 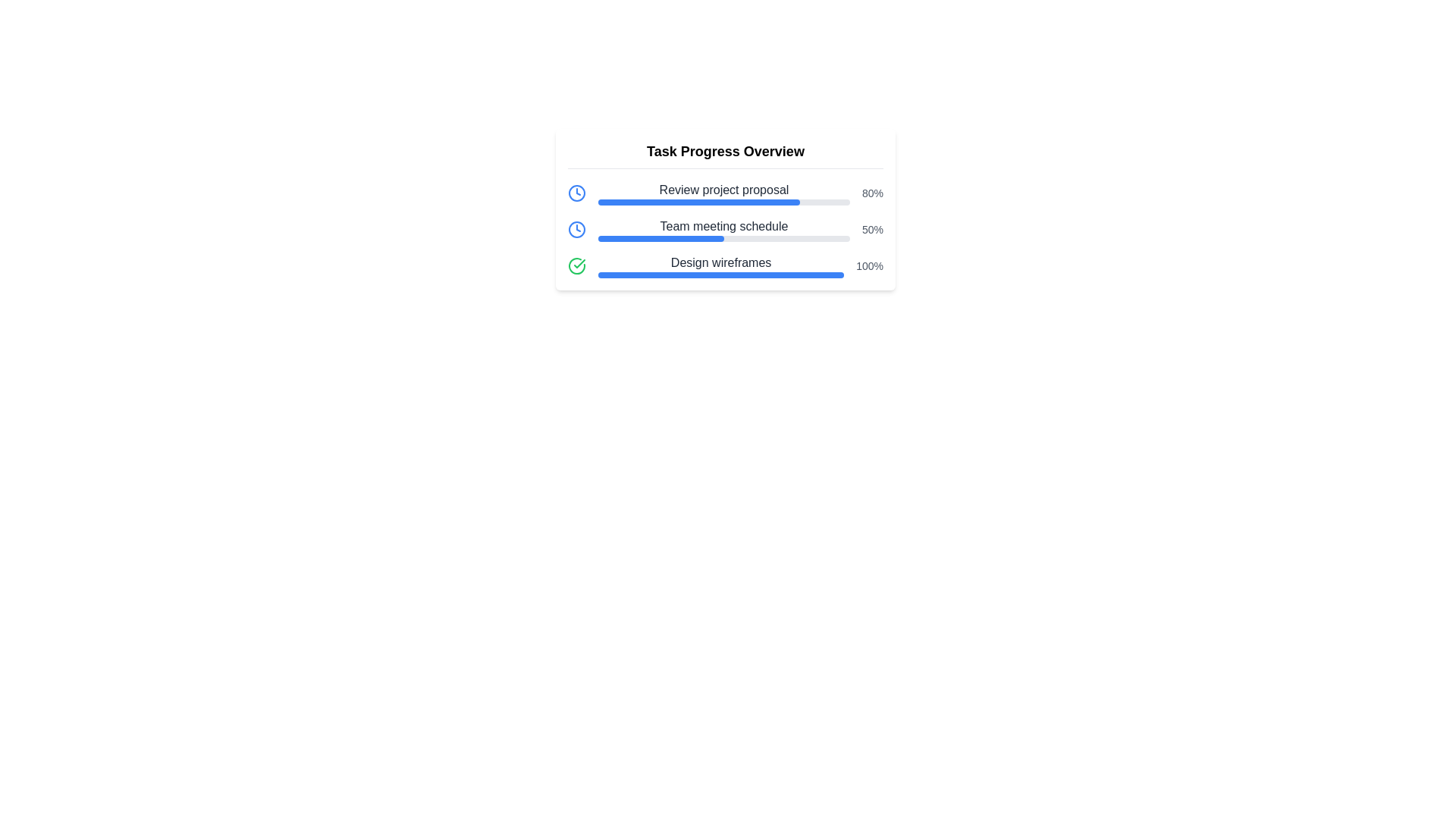 What do you see at coordinates (723, 201) in the screenshot?
I see `the Progress Indicator Bar located within the 'Review project proposal' task item, which indicates a progress level of approximately 80%` at bounding box center [723, 201].